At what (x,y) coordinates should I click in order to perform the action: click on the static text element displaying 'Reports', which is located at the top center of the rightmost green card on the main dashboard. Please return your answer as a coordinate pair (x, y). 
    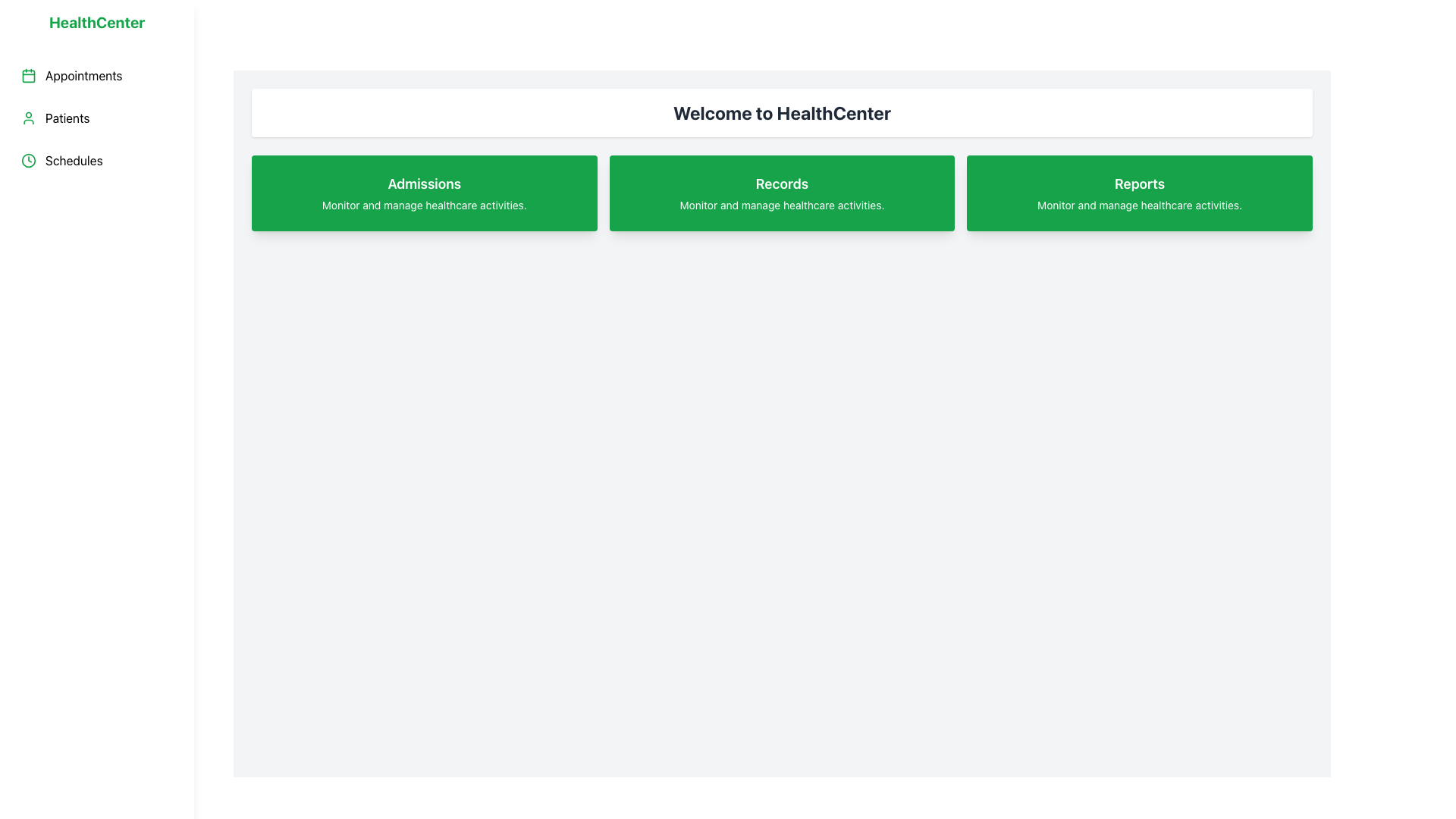
    Looking at the image, I should click on (1140, 184).